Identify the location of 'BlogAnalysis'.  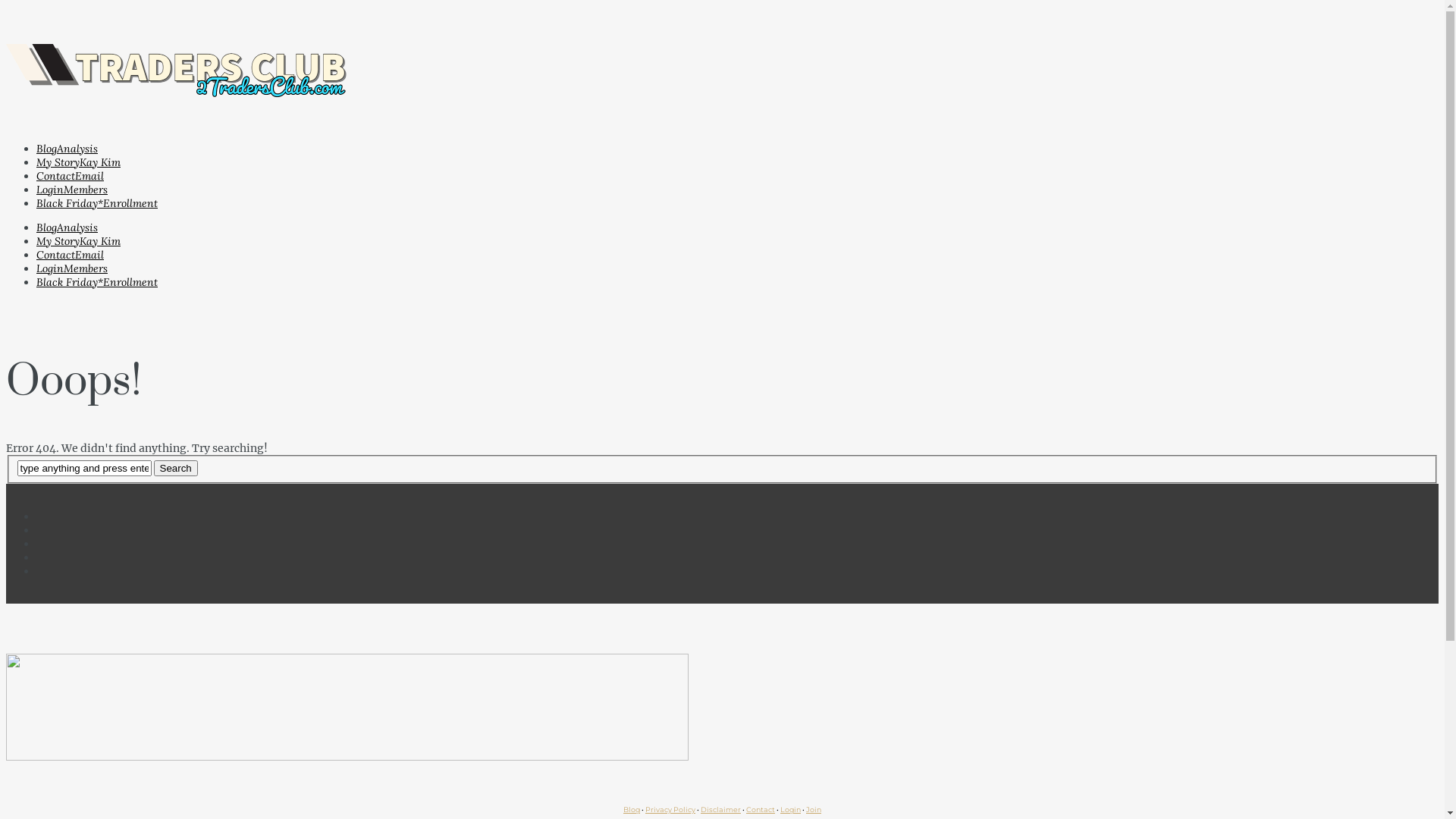
(66, 148).